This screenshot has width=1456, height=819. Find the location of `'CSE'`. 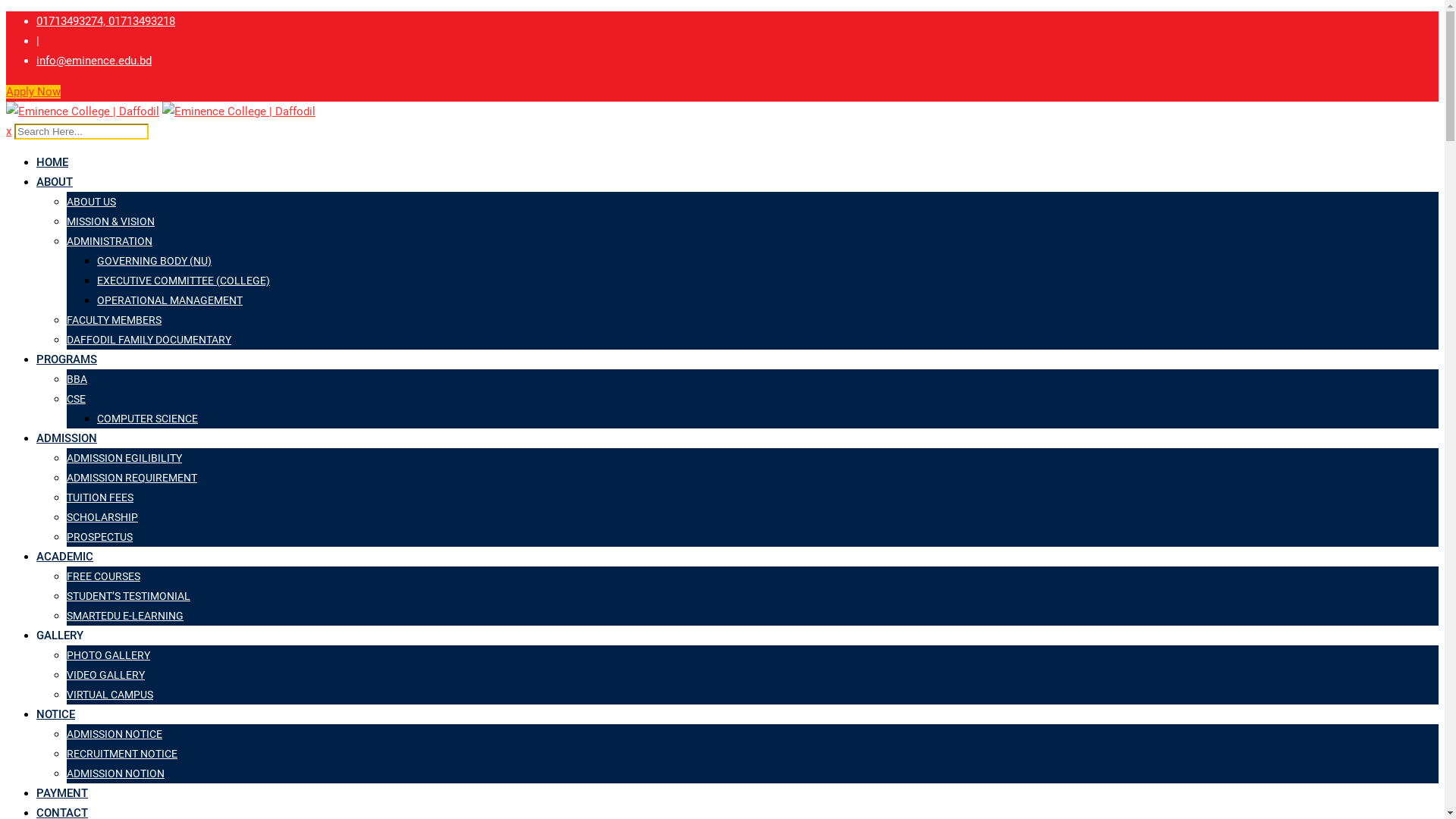

'CSE' is located at coordinates (75, 397).